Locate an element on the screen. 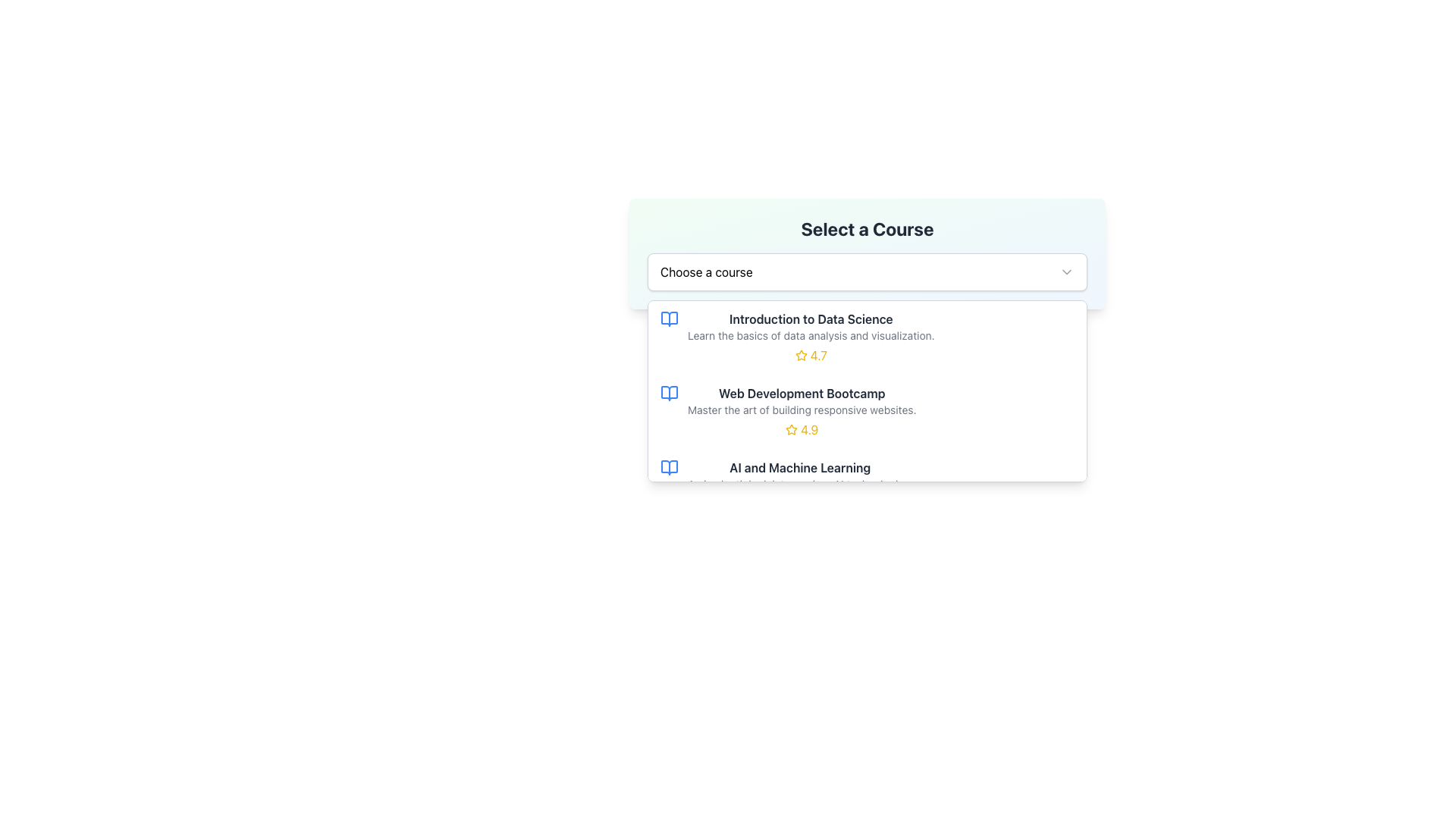 This screenshot has width=1456, height=819. the blue outlined graphical book icon located next to the 'AI and Machine Learning' list item in the 'Select a Course' dropdown menu is located at coordinates (669, 467).